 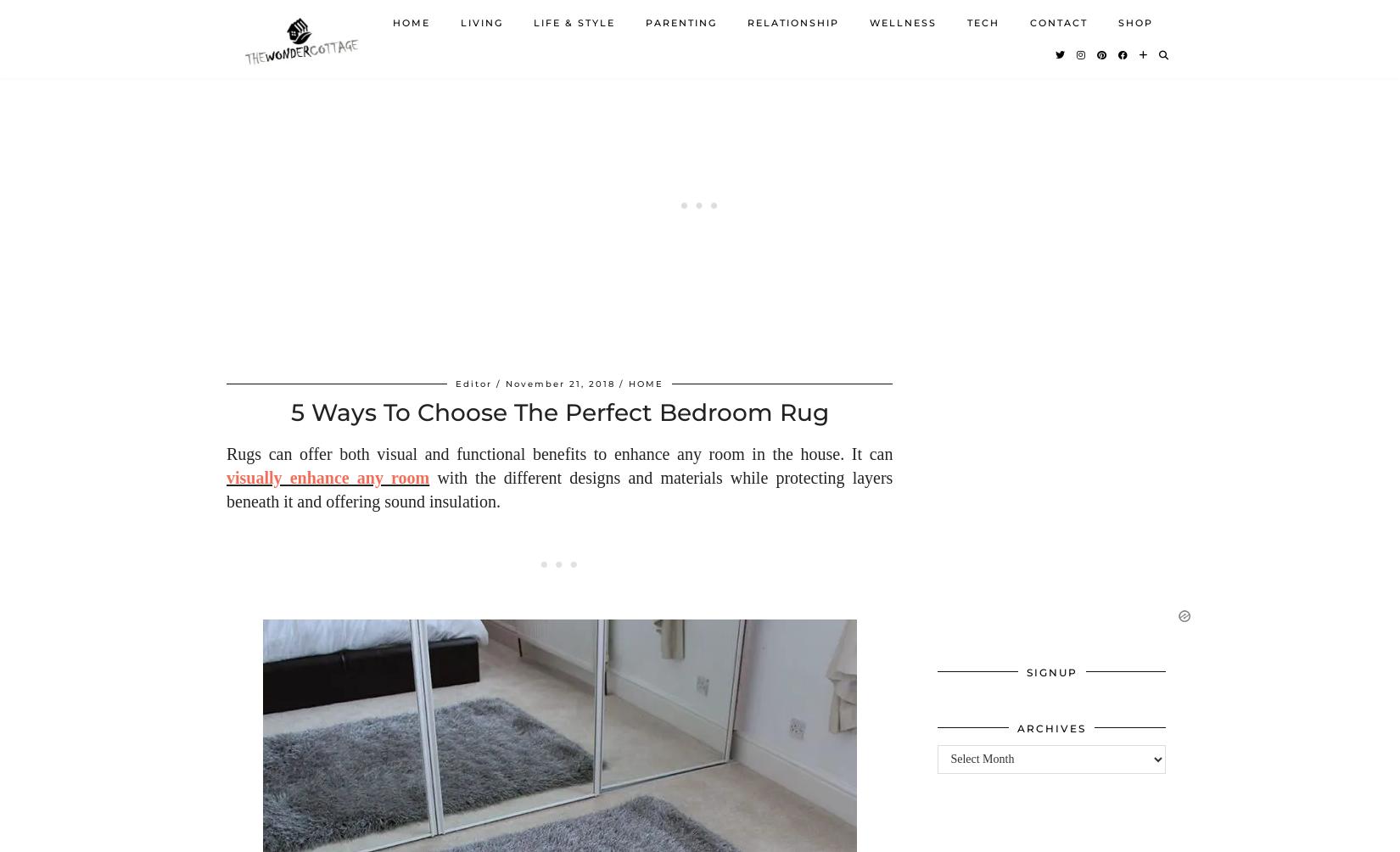 What do you see at coordinates (1134, 31) in the screenshot?
I see `'Shop'` at bounding box center [1134, 31].